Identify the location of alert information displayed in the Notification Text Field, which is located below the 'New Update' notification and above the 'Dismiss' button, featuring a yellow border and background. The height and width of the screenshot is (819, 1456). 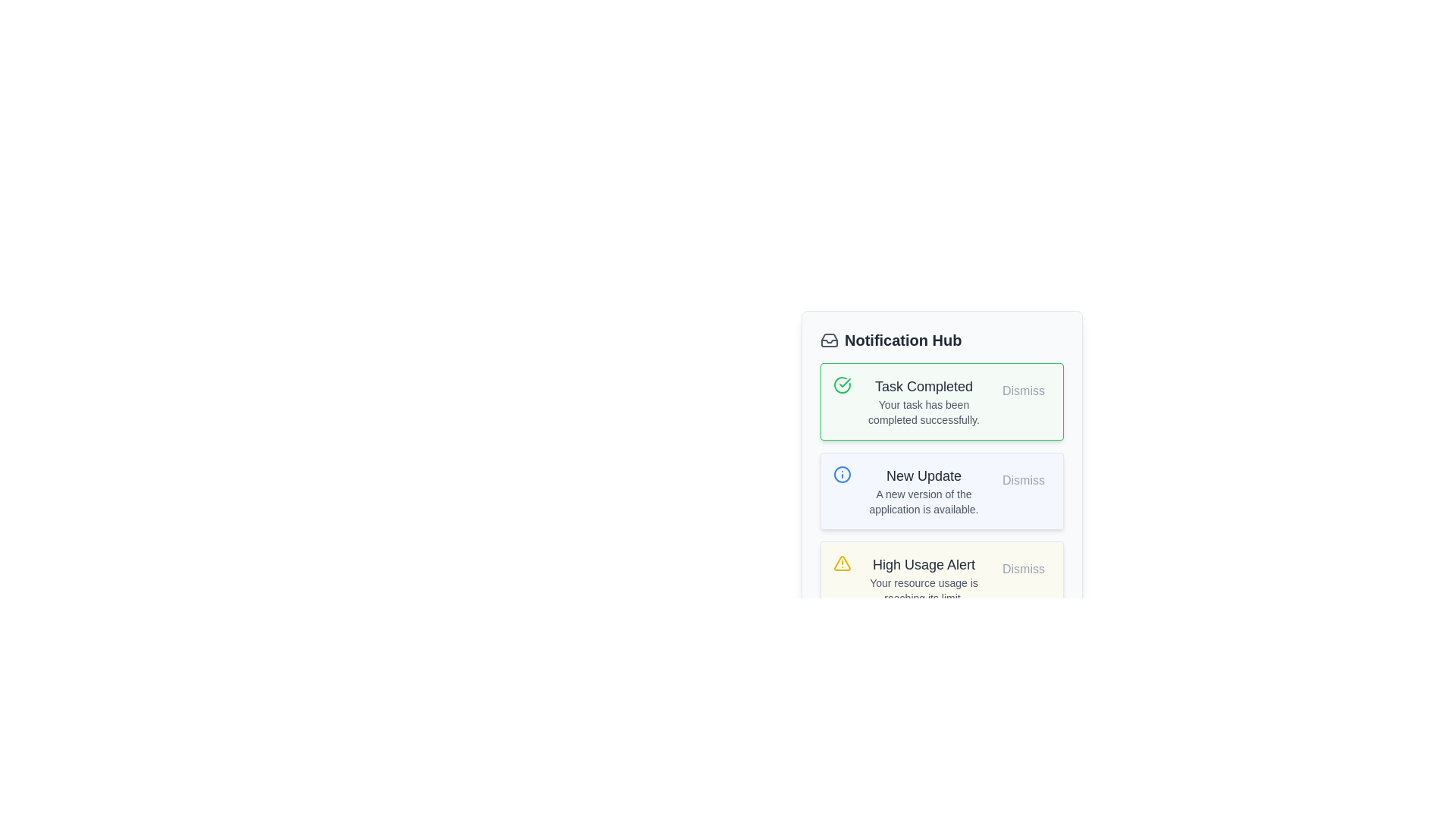
(923, 579).